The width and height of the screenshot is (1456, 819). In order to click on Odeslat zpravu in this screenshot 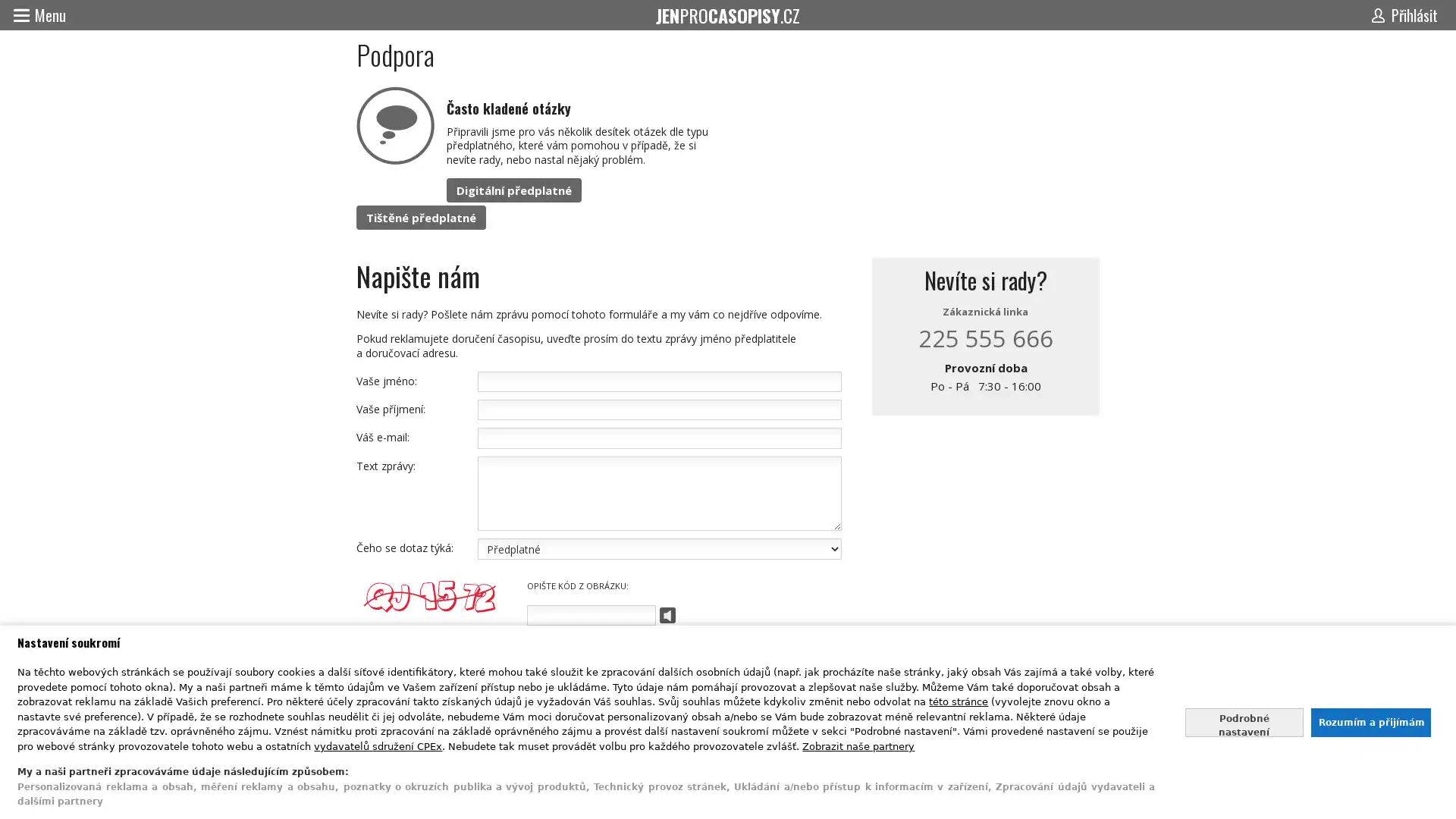, I will do `click(787, 648)`.